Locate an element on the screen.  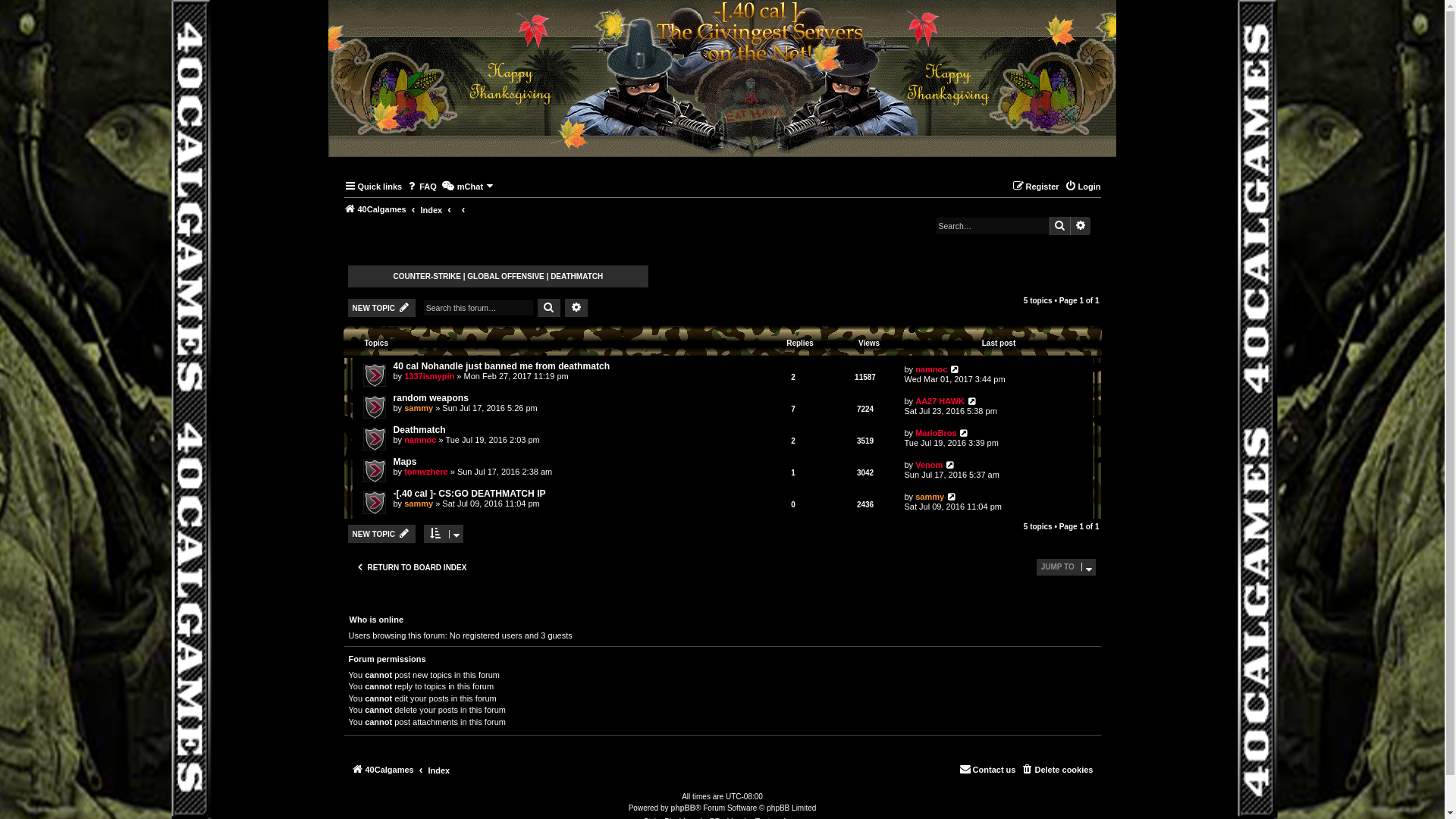
'Quick links' is located at coordinates (373, 186).